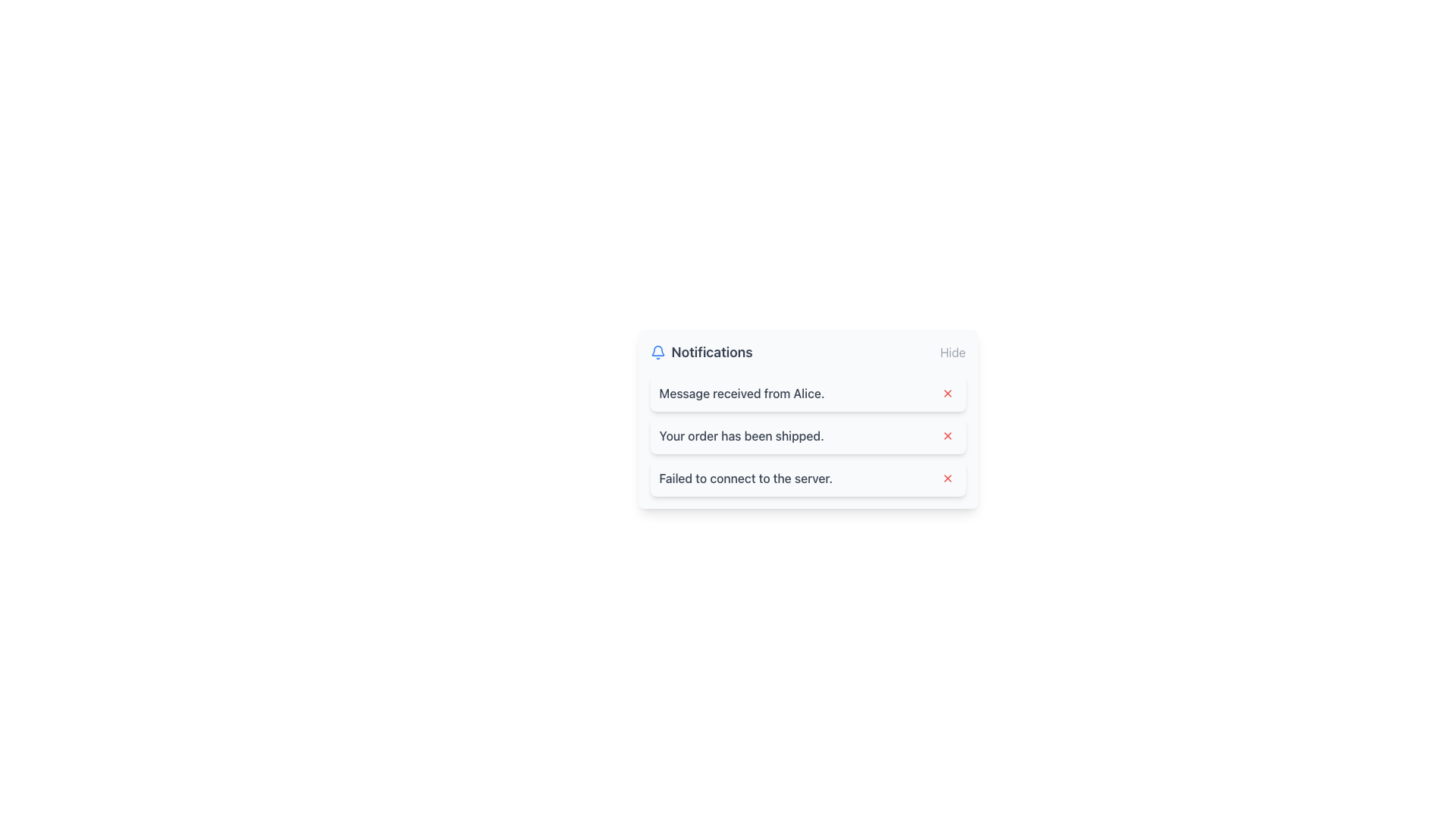  Describe the element at coordinates (807, 435) in the screenshot. I see `notification text from the second notification card in the notification panel, which informs the user that their order has been shipped` at that location.